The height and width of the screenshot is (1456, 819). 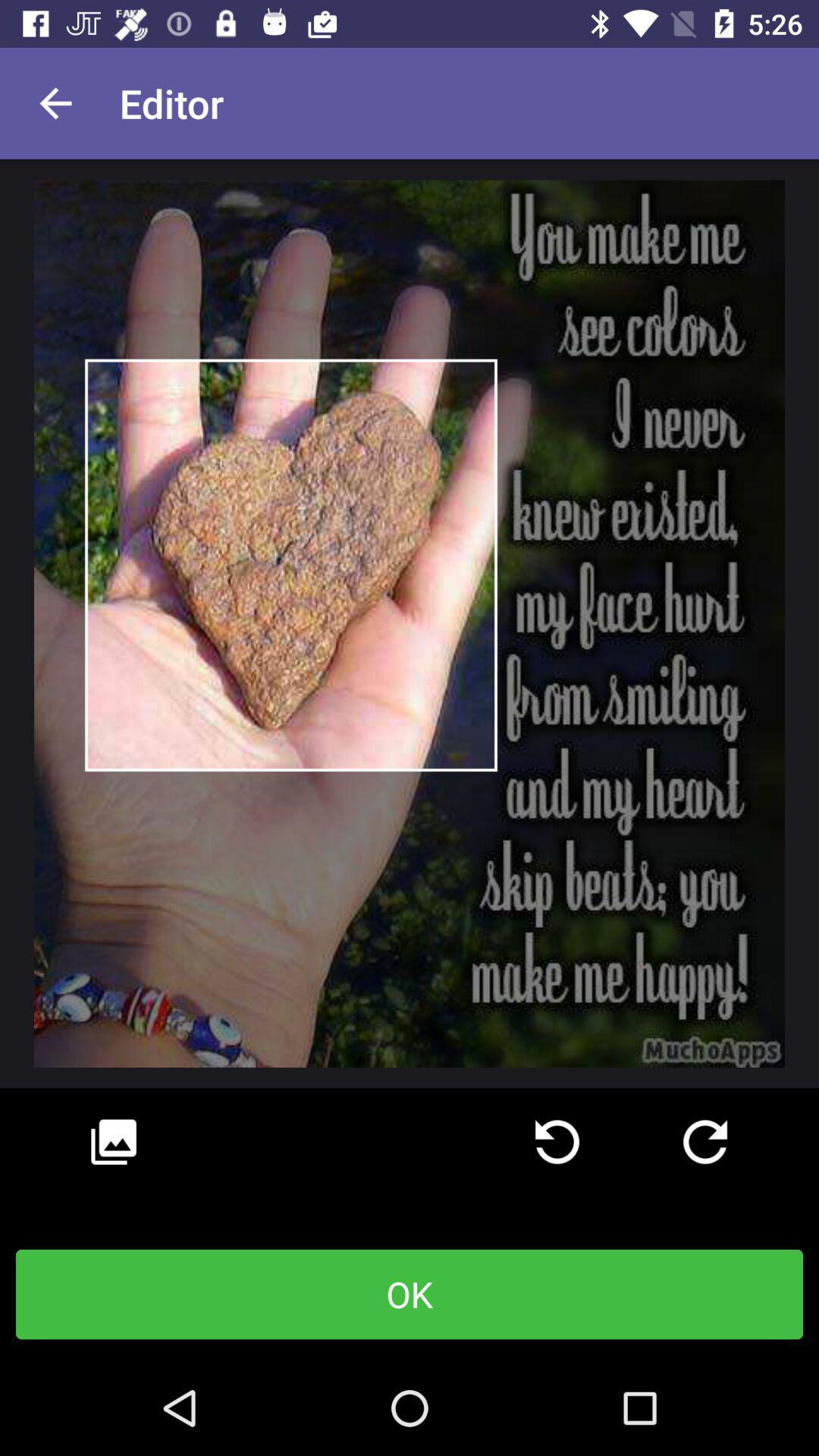 I want to click on icon to the left of editor app, so click(x=55, y=102).